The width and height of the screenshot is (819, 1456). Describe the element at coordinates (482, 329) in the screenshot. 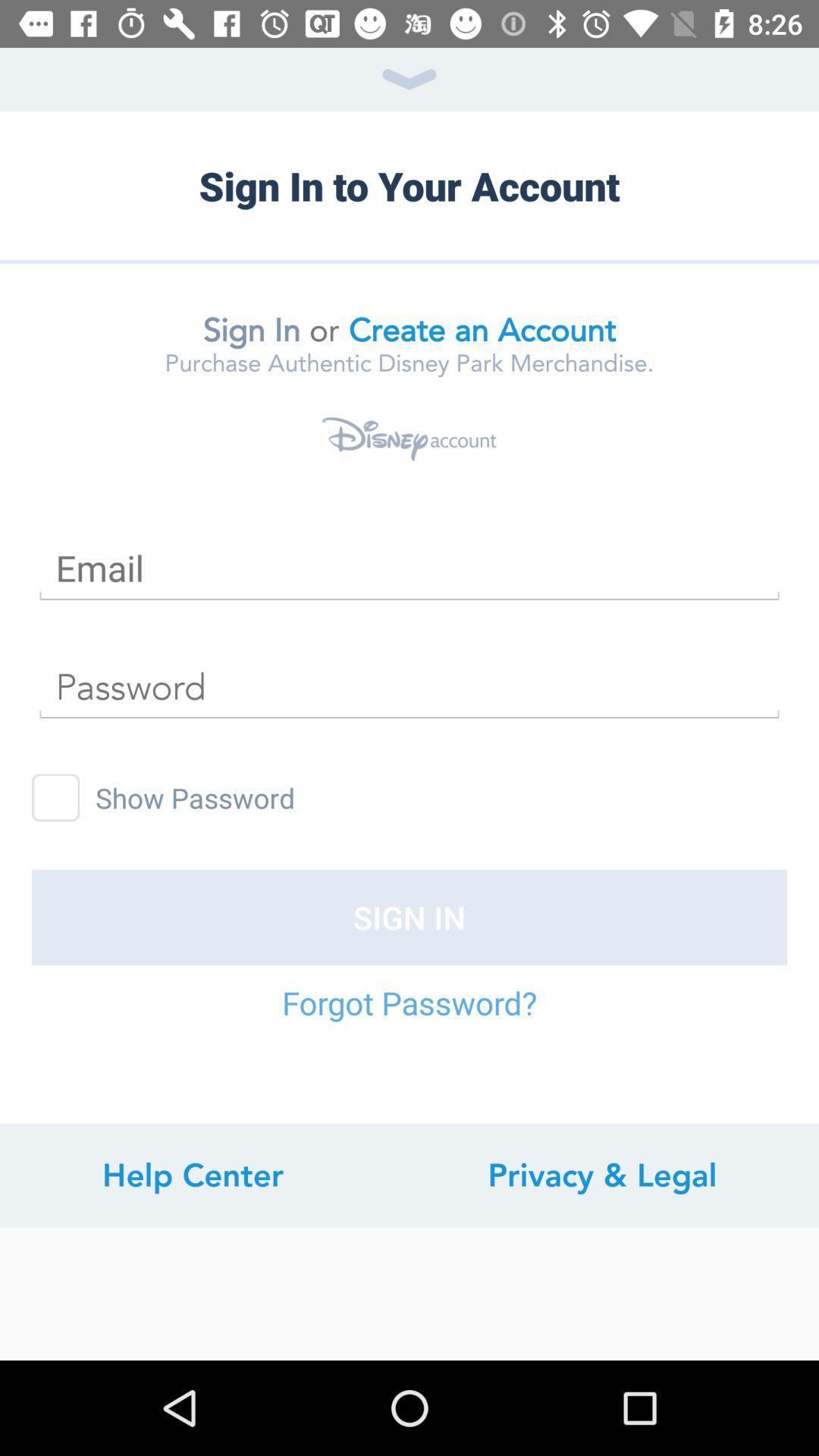

I see `create an account item` at that location.